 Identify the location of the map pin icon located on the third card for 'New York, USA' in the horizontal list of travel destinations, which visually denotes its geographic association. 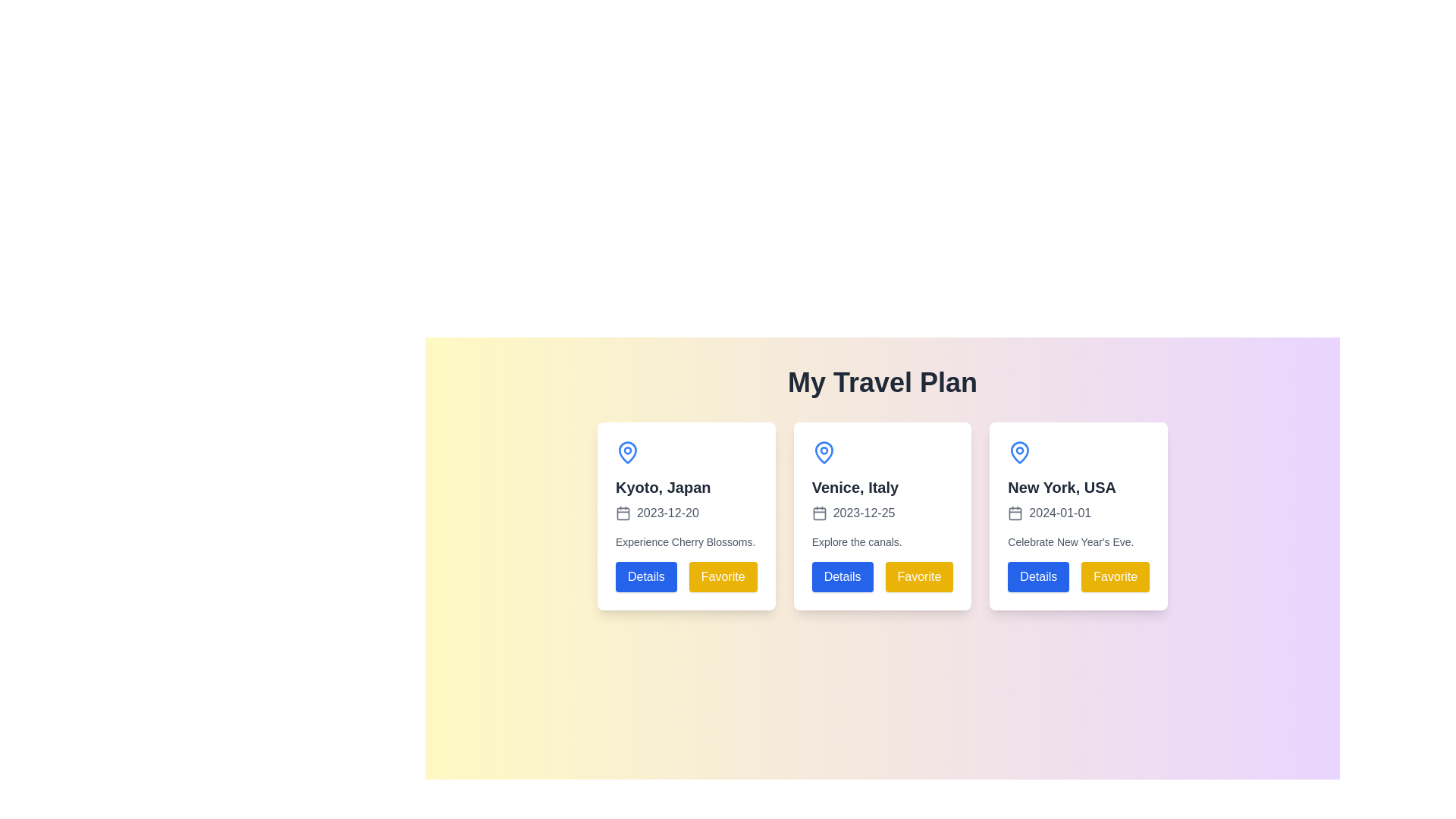
(1020, 452).